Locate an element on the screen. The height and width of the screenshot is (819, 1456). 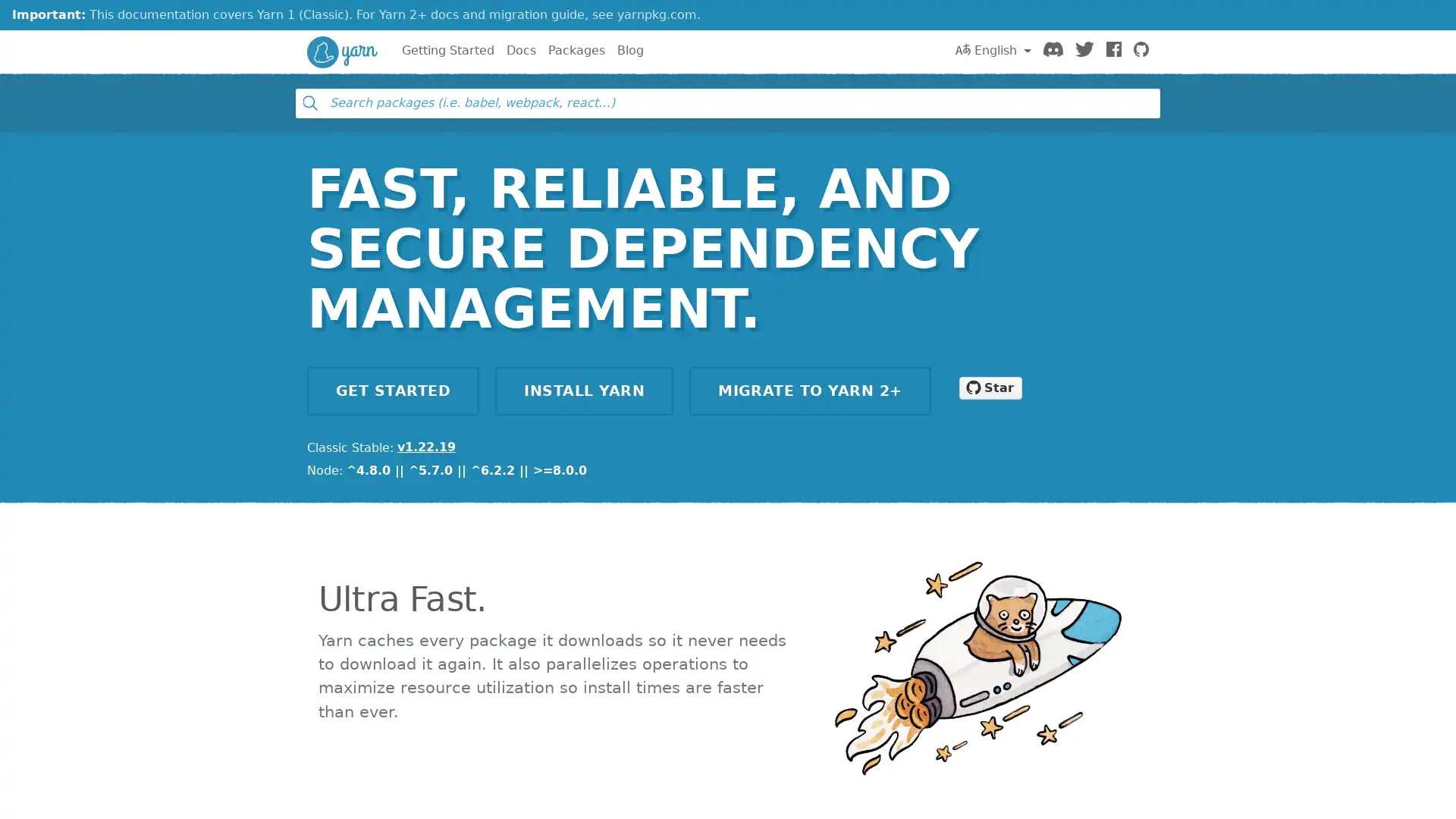
Submit your search query. is located at coordinates (309, 102).